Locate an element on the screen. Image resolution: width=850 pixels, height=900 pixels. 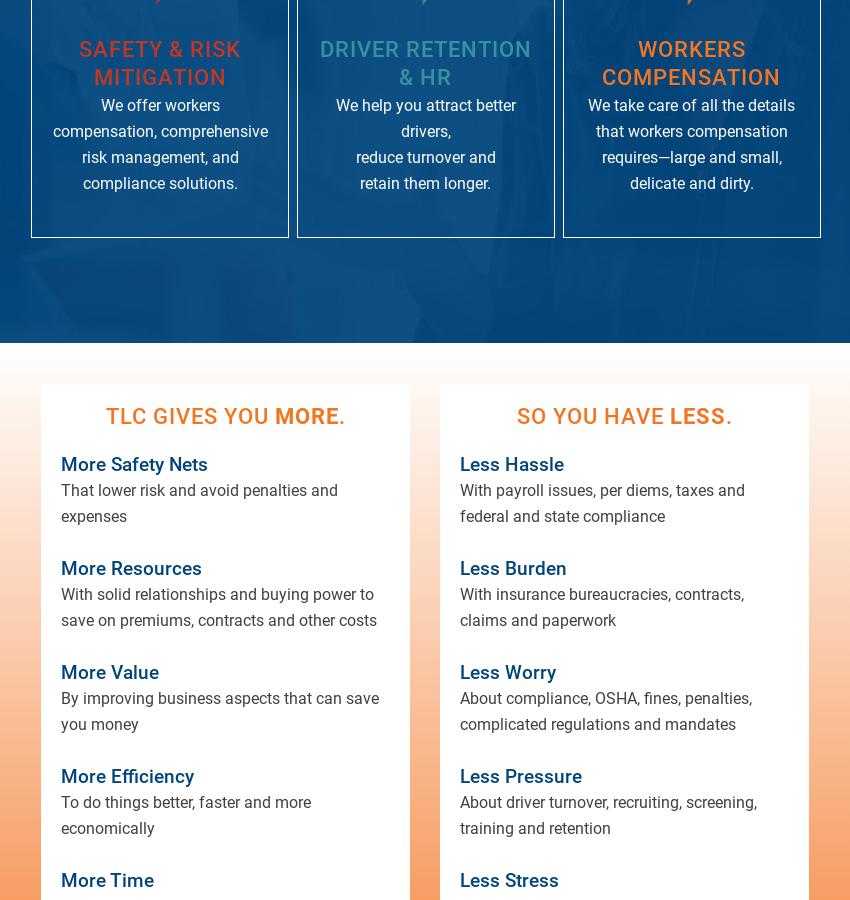
'More Resources' is located at coordinates (131, 567).